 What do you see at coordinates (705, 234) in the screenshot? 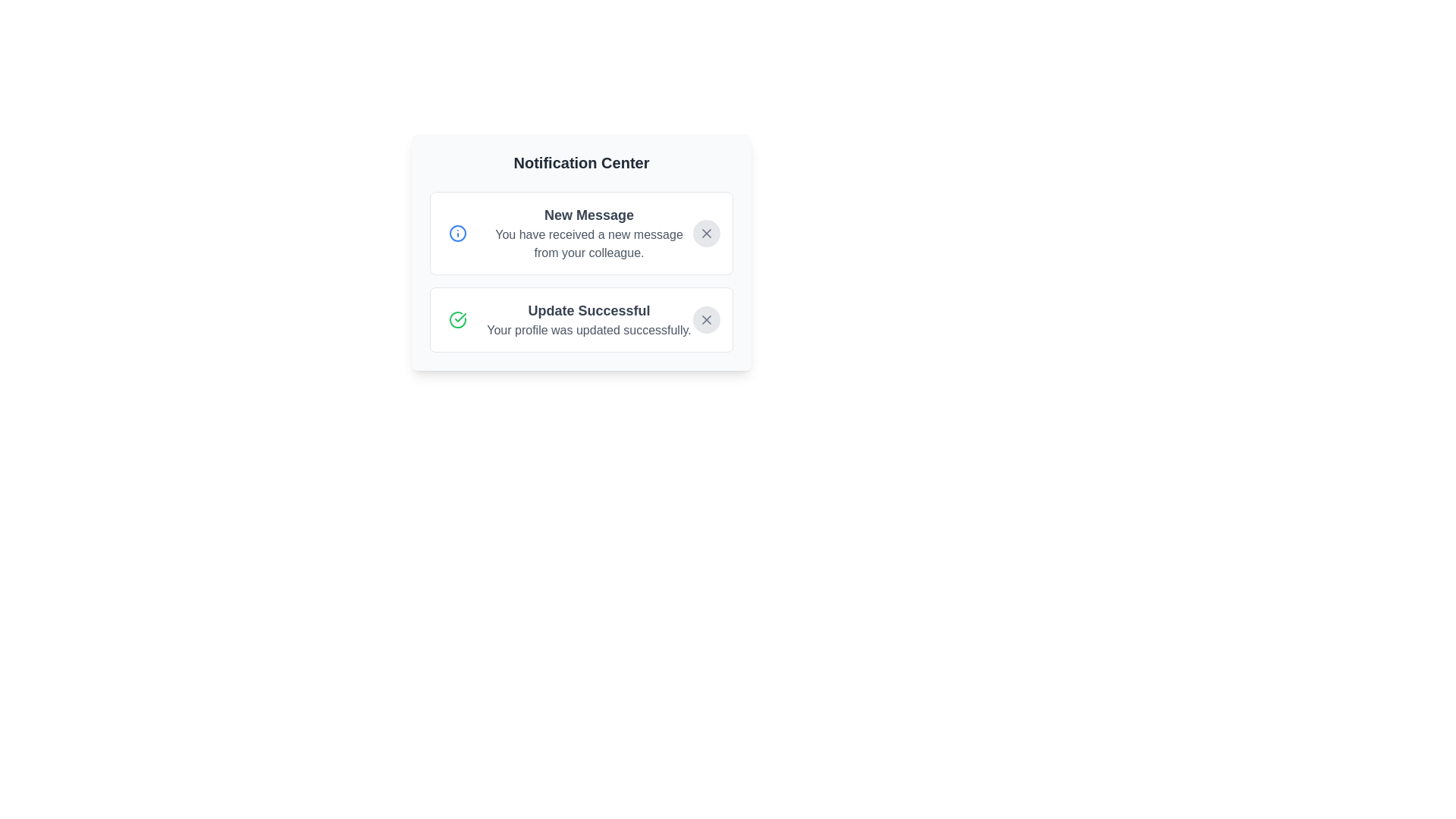
I see `the dismiss button for the notification titled 'New Message'` at bounding box center [705, 234].